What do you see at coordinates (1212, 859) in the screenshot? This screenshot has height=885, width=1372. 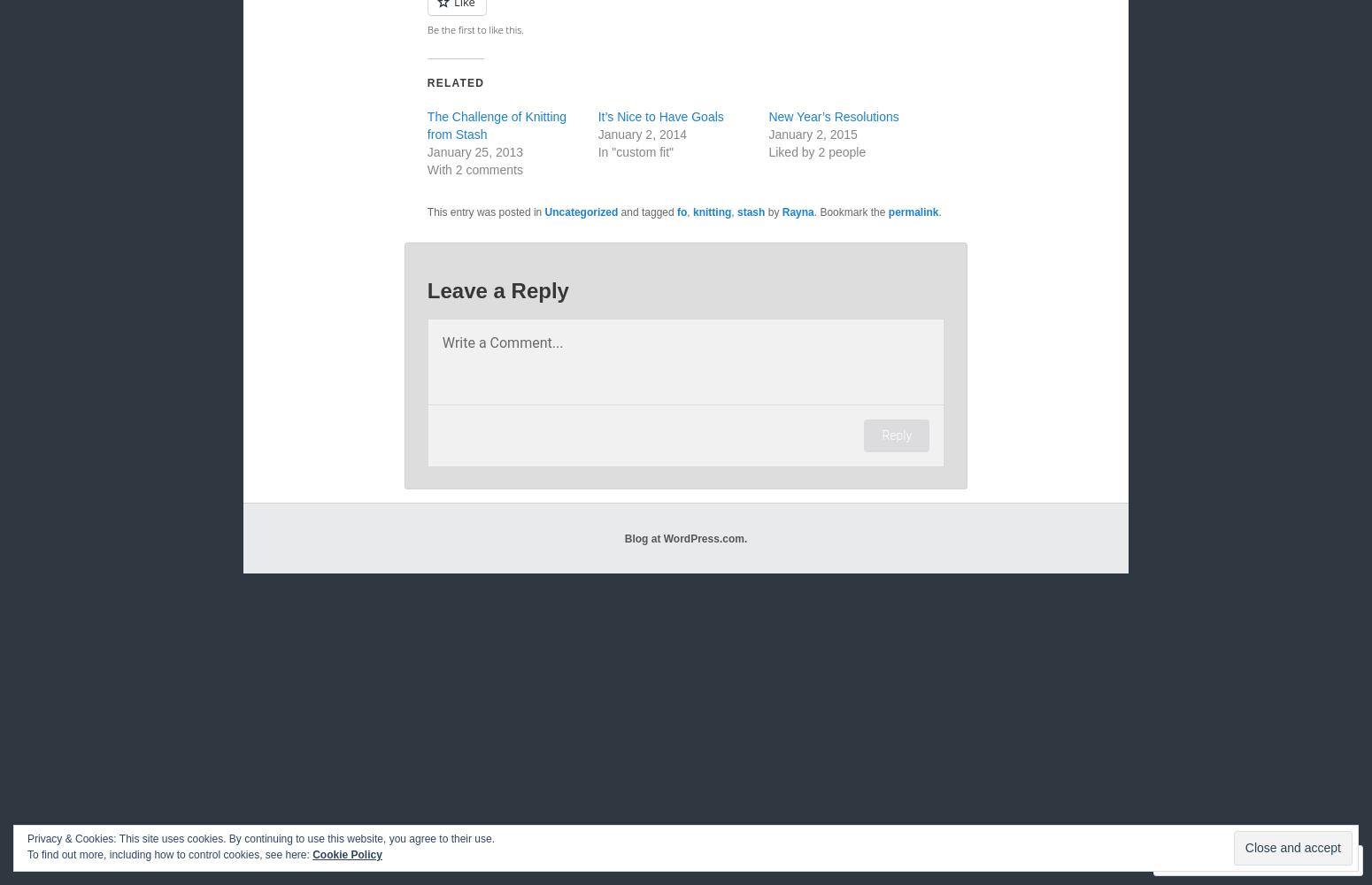 I see `'Comment'` at bounding box center [1212, 859].